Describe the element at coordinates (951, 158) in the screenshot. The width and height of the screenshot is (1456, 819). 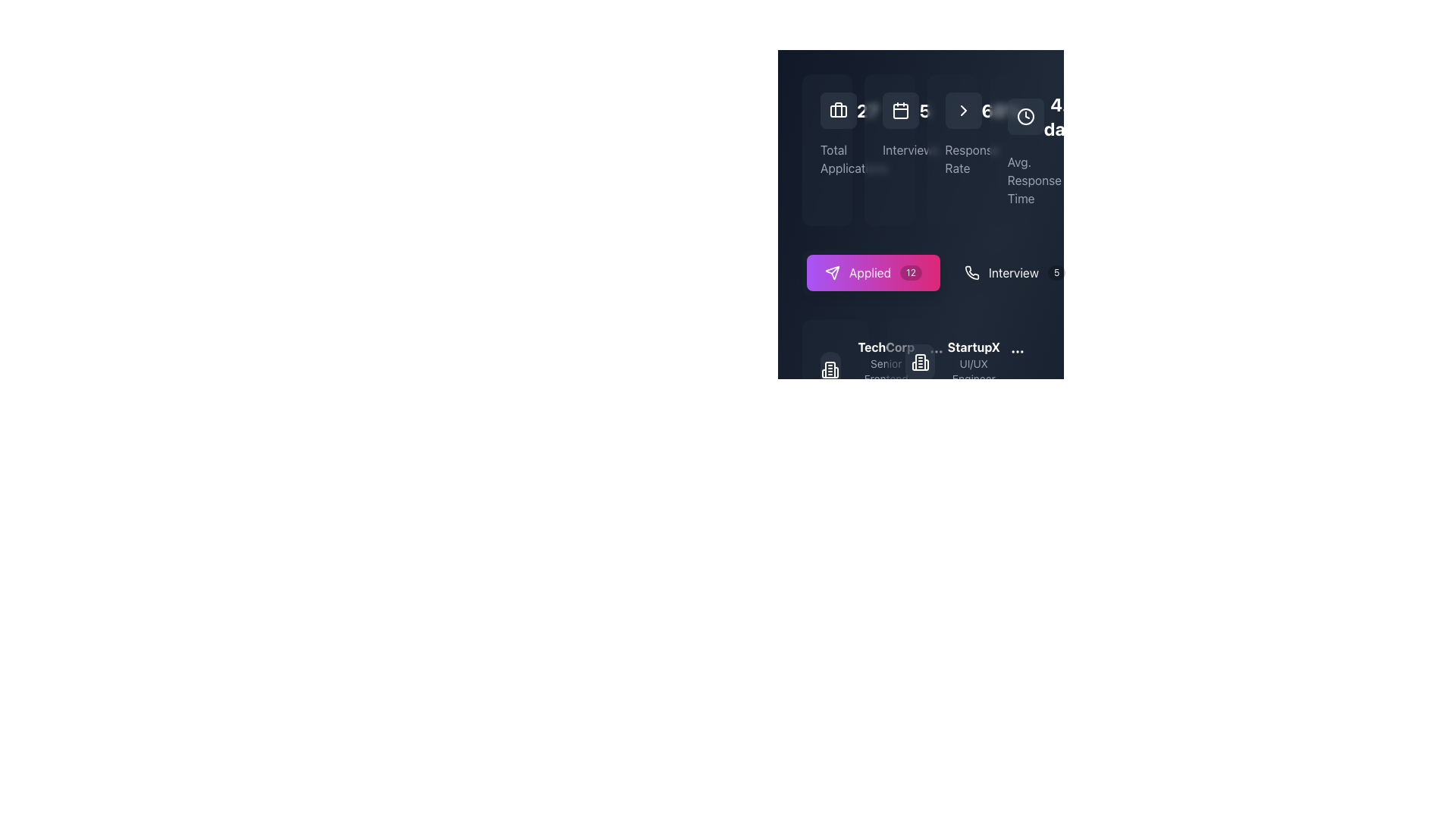
I see `the 'Response Rate' text label that describes the percentage value, located centrally beneath the '68%' metric in the interface` at that location.